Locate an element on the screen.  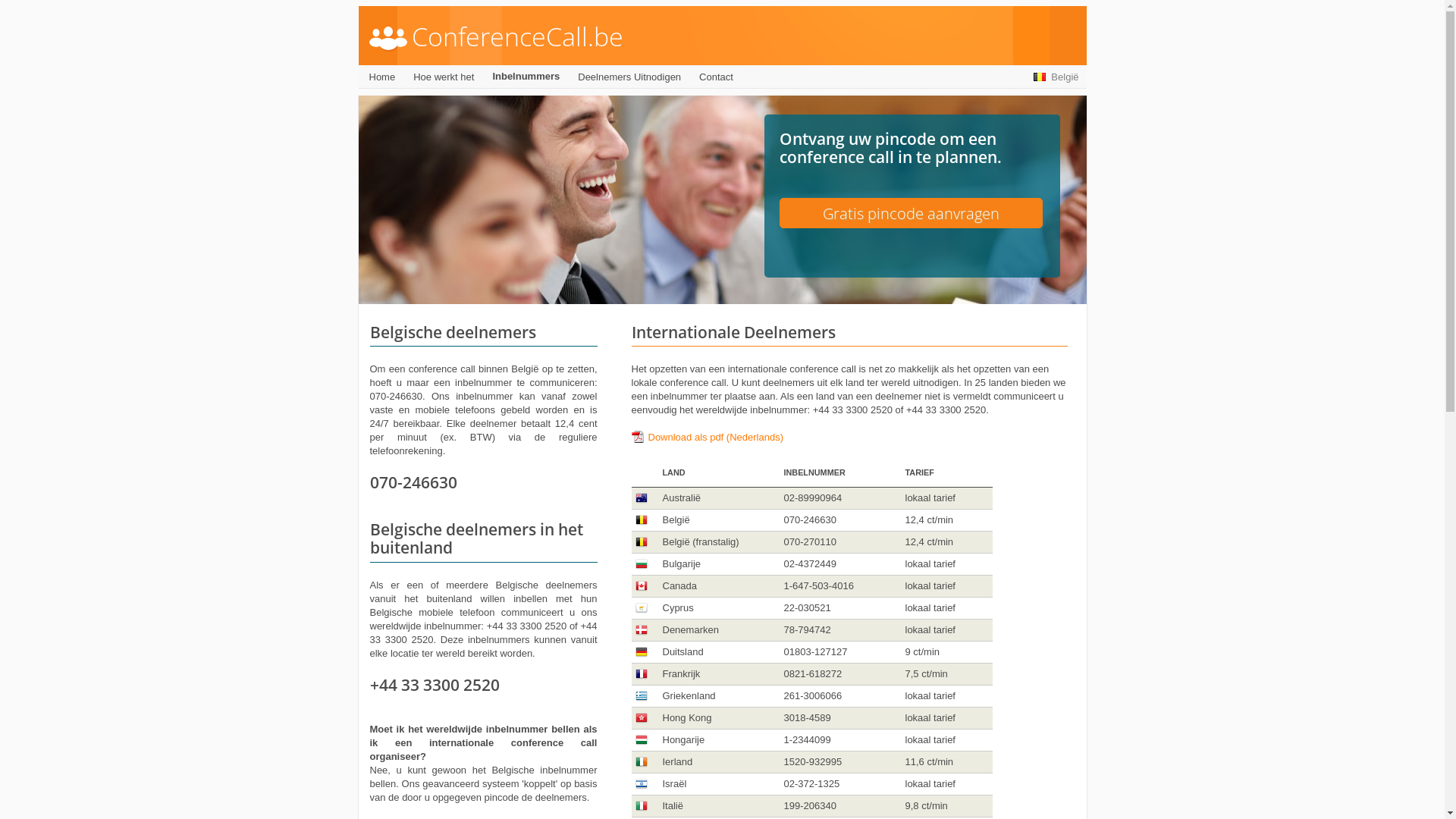
'Download als pdf (Nederlands)' is located at coordinates (705, 437).